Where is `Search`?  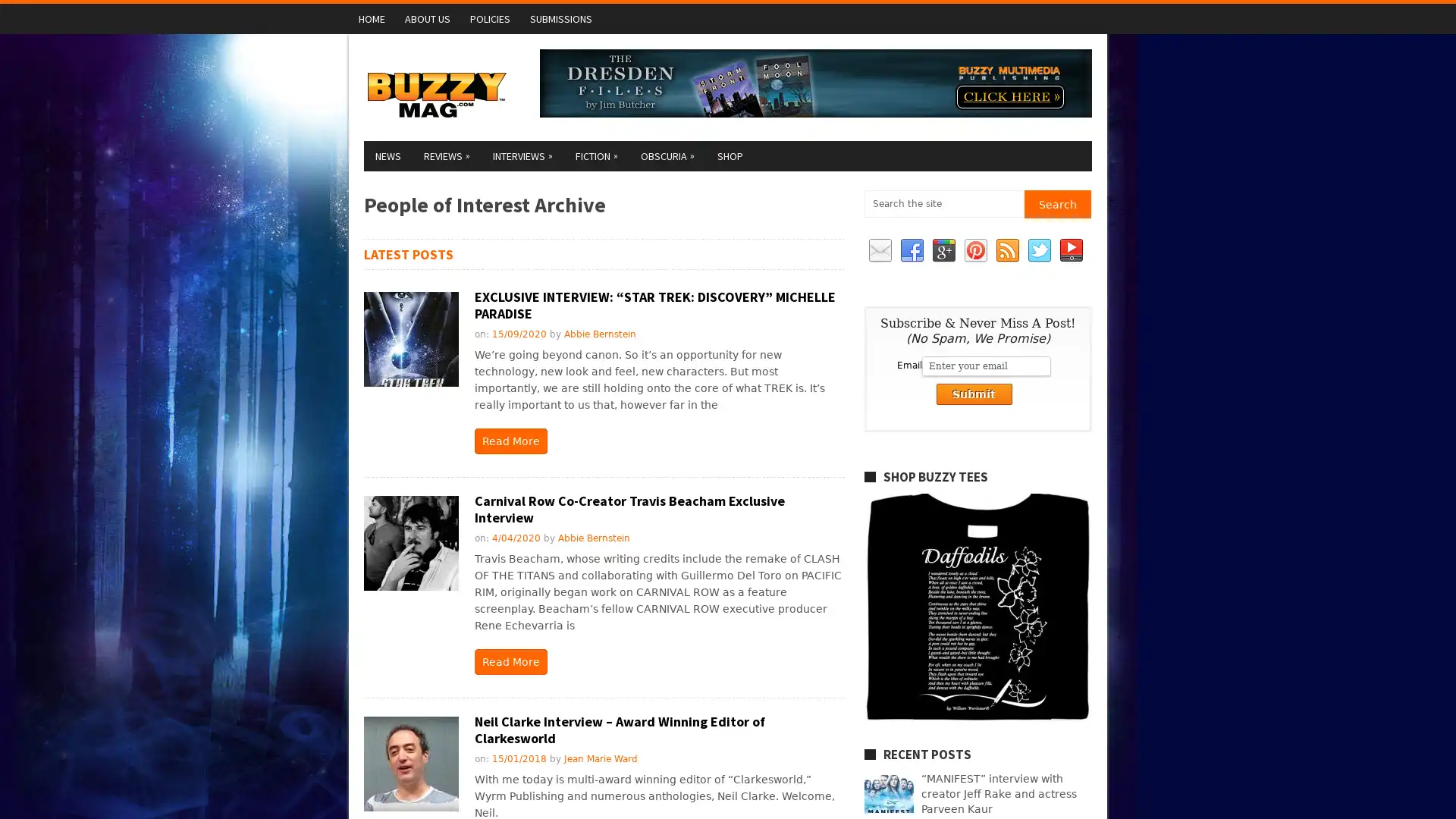 Search is located at coordinates (1056, 203).